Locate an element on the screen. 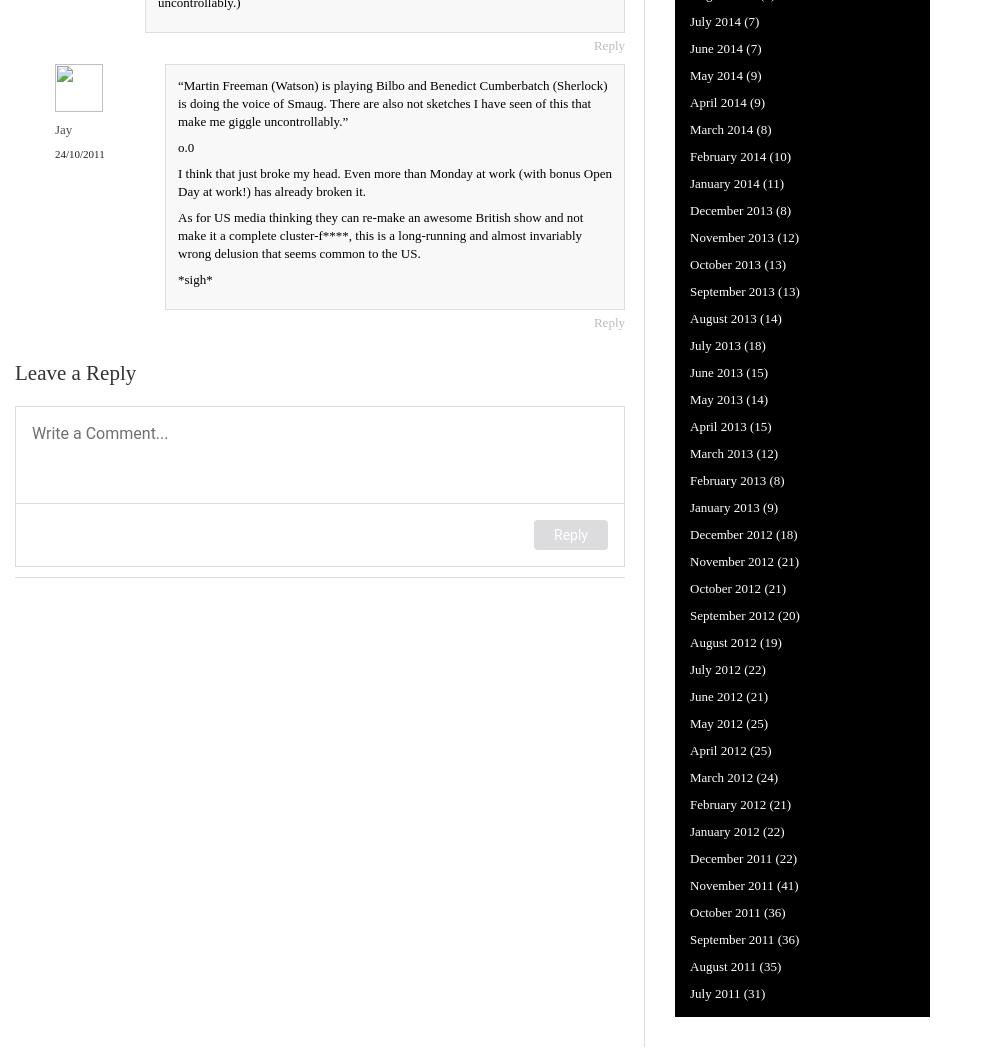  'August 2011' is located at coordinates (721, 965).